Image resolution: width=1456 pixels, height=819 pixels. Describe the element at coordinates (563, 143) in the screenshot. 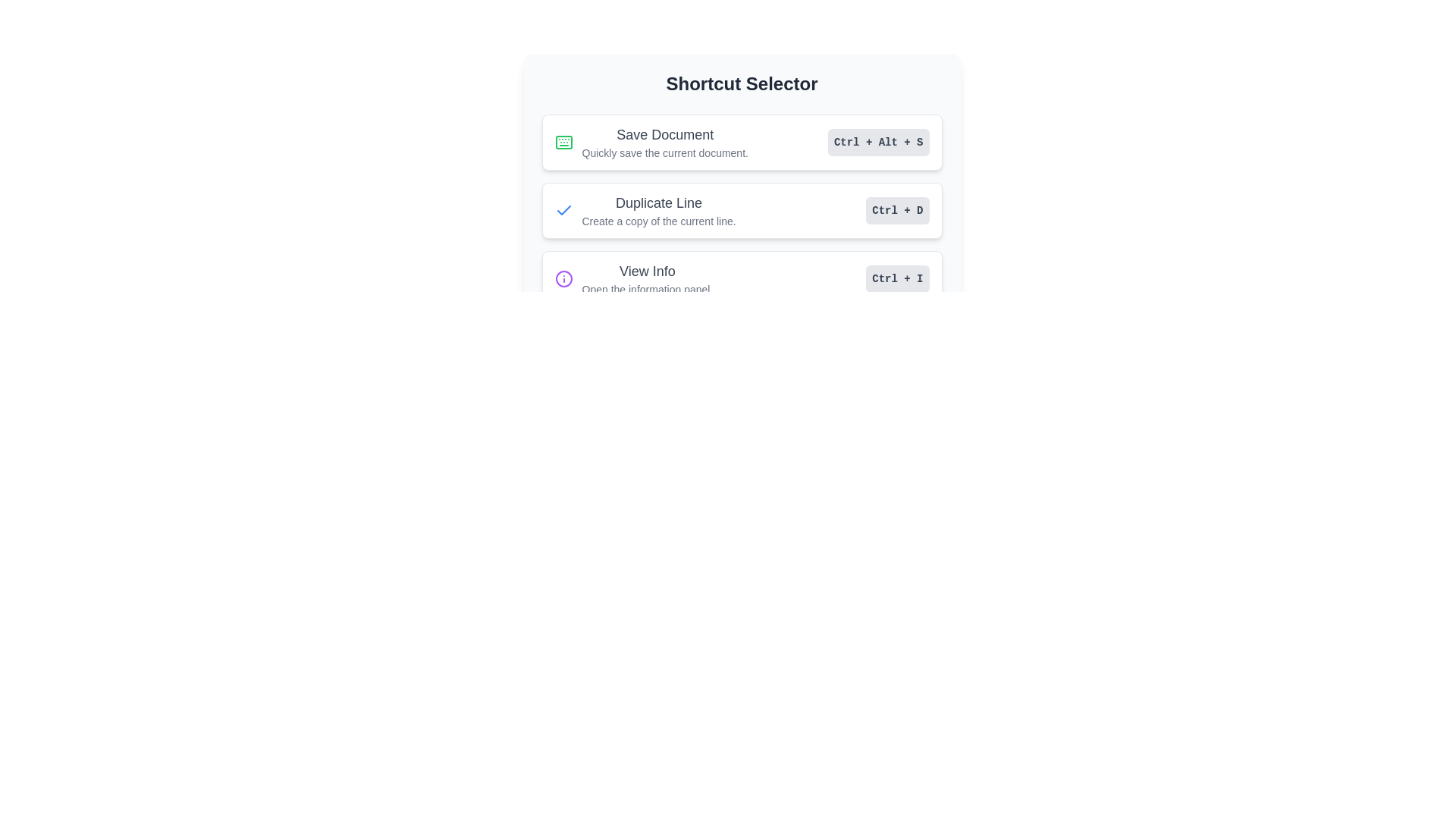

I see `the green keyboard icon located to the left of the 'Save Document' label` at that location.